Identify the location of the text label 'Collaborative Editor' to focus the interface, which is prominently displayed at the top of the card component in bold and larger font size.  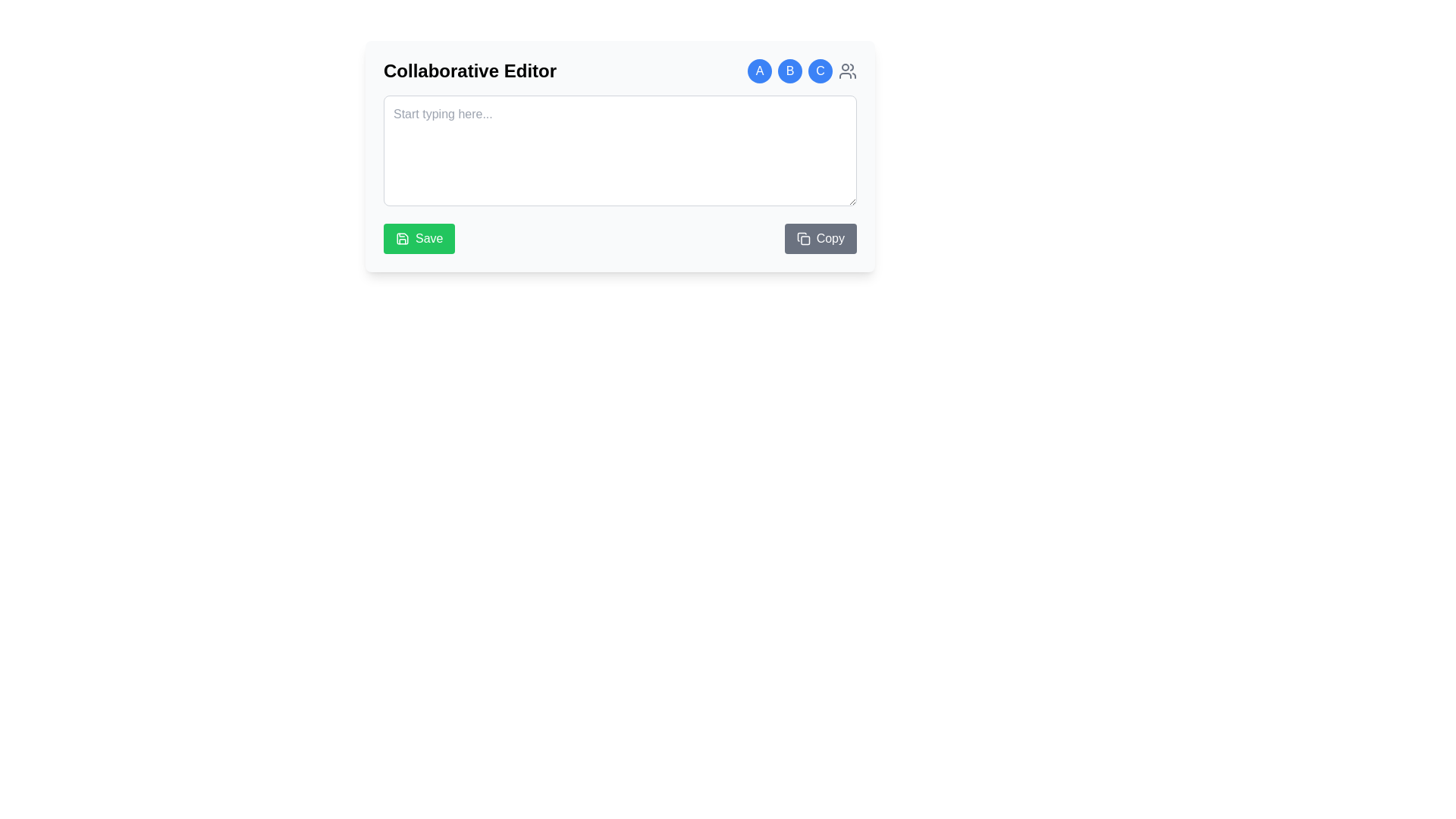
(469, 71).